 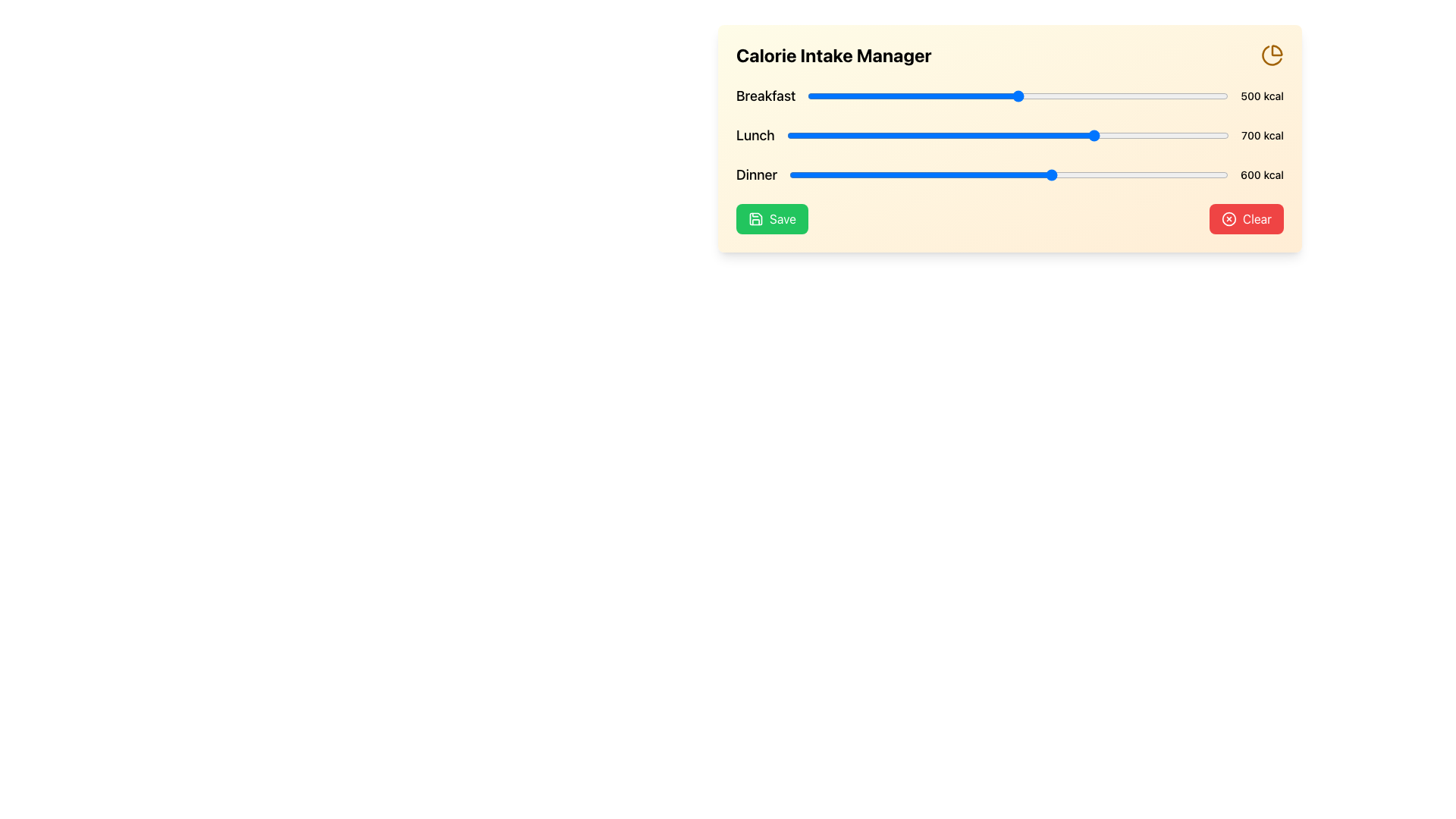 What do you see at coordinates (849, 96) in the screenshot?
I see `the breakfast calorie intake` at bounding box center [849, 96].